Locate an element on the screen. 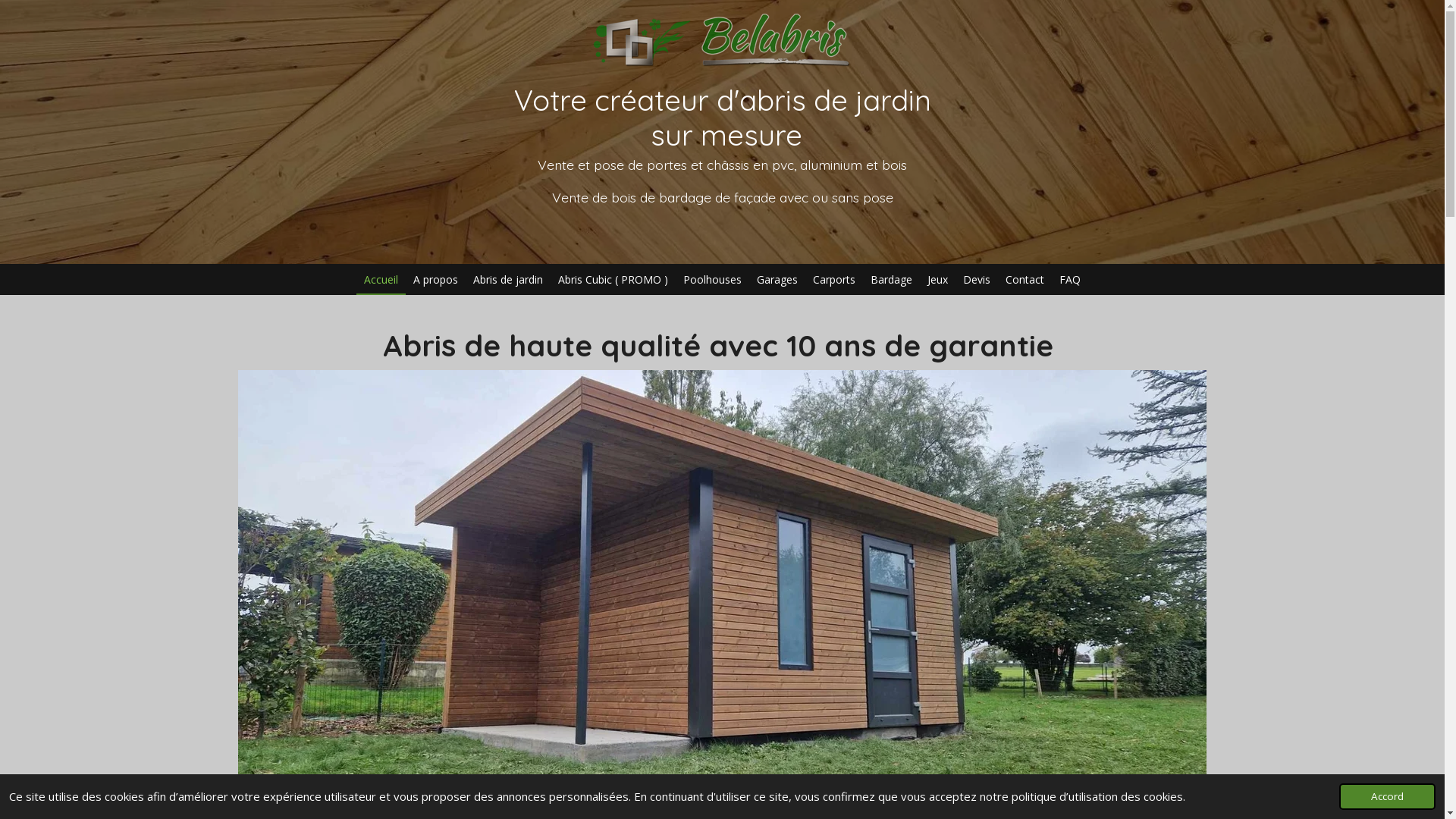 Image resolution: width=1456 pixels, height=819 pixels. 'FAQ' is located at coordinates (1069, 278).